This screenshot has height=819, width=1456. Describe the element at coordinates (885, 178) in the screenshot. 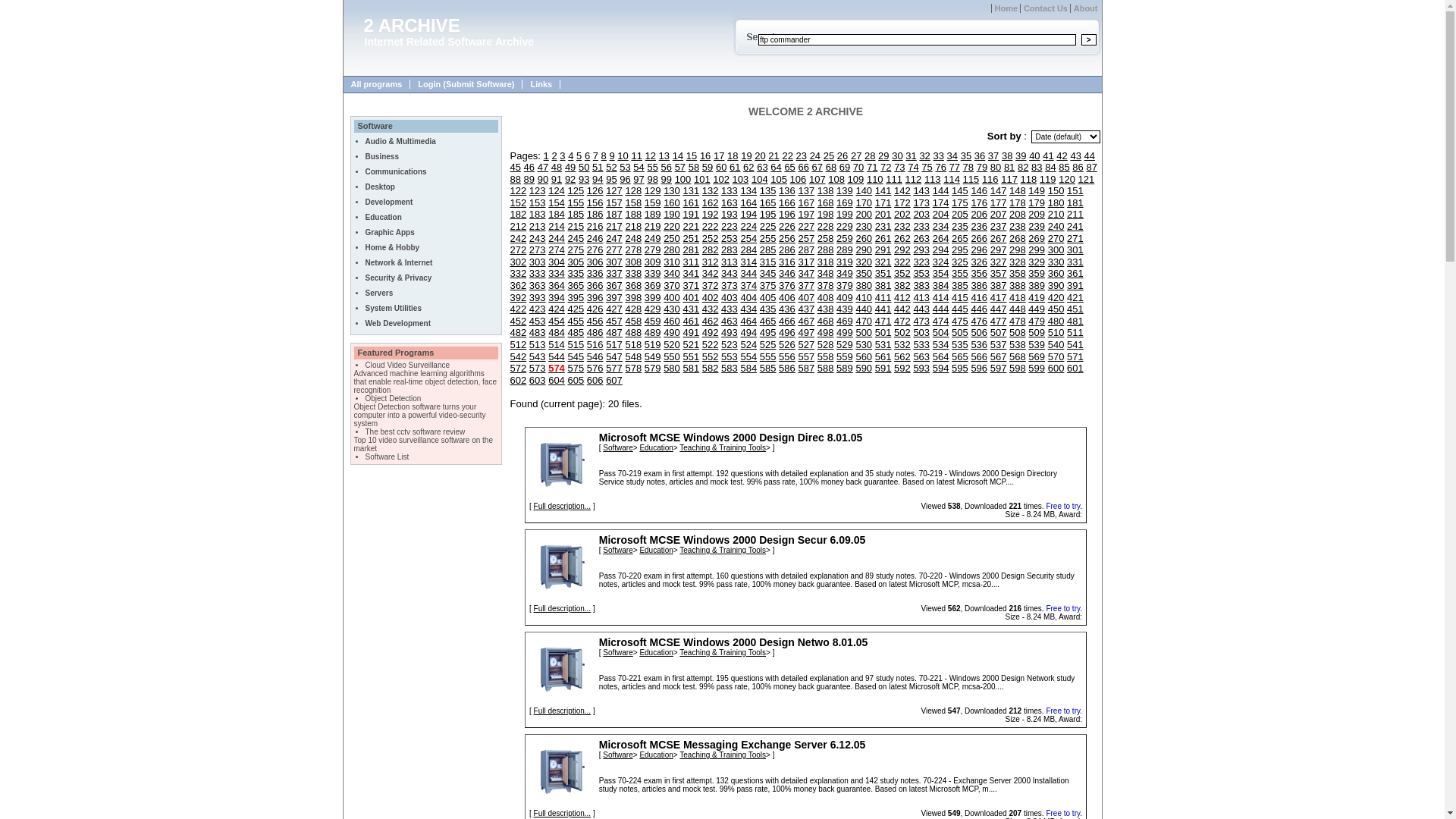

I see `'111'` at that location.